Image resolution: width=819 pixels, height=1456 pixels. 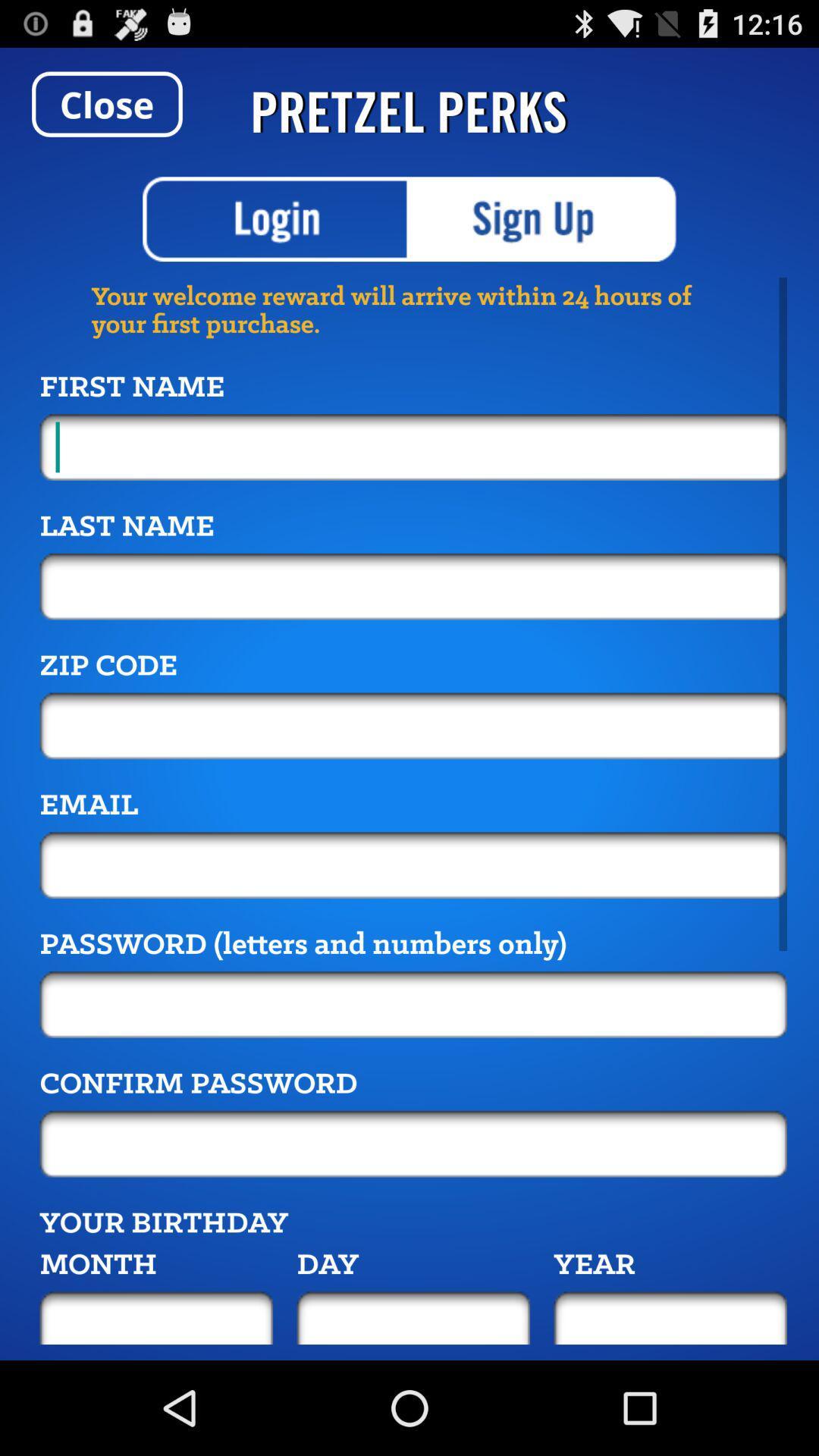 What do you see at coordinates (413, 585) in the screenshot?
I see `your last name` at bounding box center [413, 585].